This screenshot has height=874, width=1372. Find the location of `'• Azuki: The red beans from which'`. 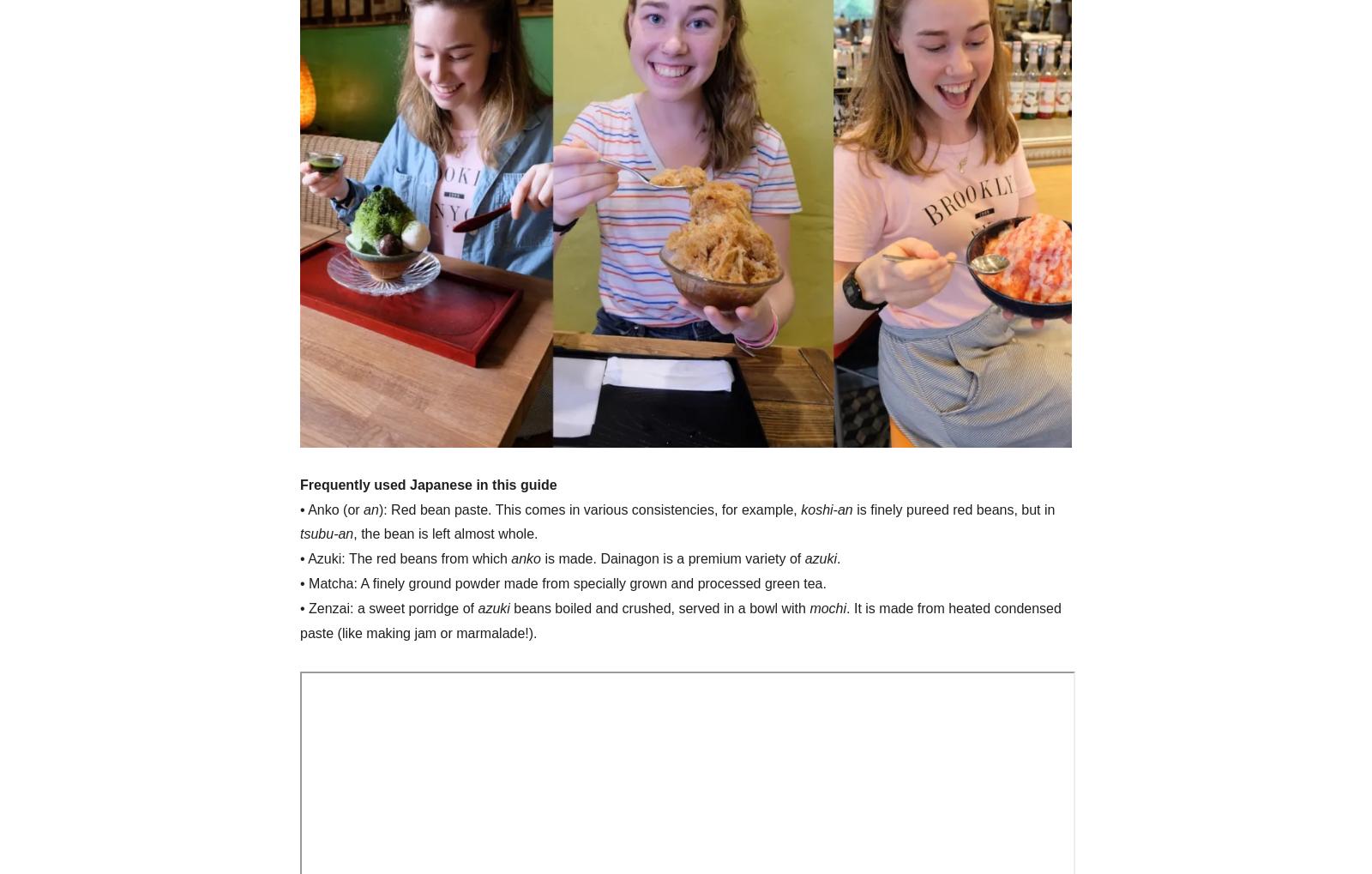

'• Azuki: The red beans from which' is located at coordinates (404, 558).